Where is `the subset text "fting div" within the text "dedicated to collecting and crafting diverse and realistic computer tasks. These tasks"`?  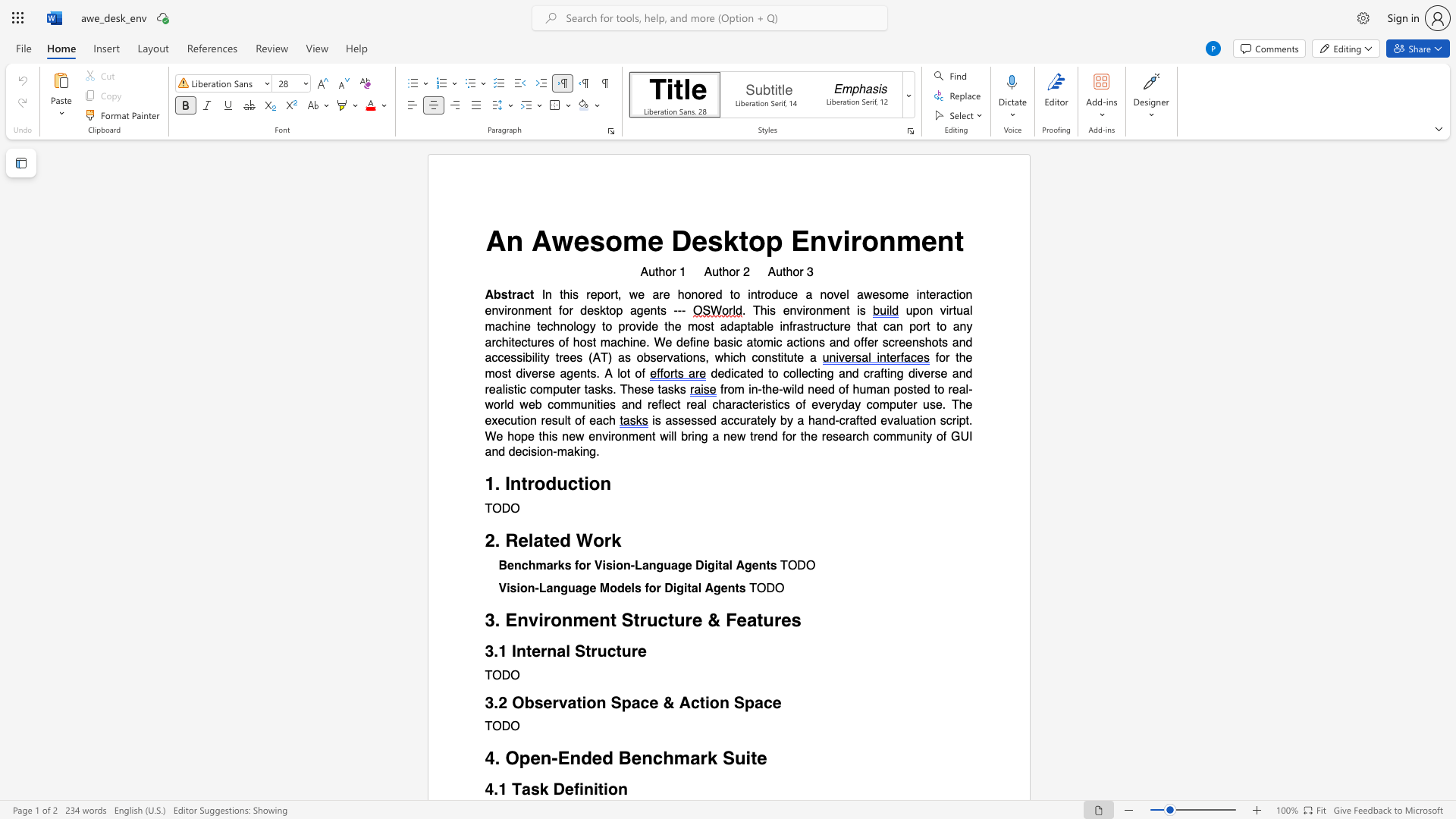 the subset text "fting div" within the text "dedicated to collecting and crafting diverse and realistic computer tasks. These tasks" is located at coordinates (880, 373).